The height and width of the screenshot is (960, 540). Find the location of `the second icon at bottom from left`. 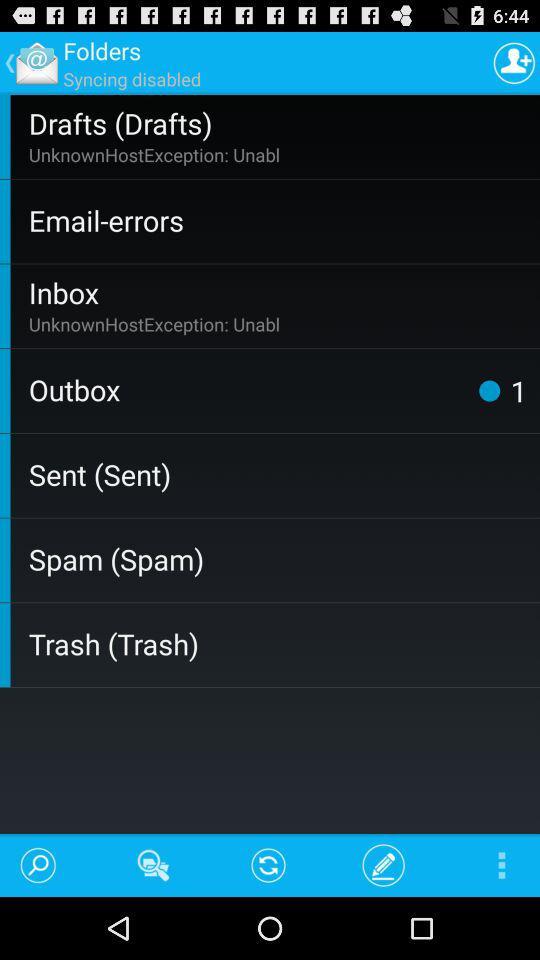

the second icon at bottom from left is located at coordinates (152, 864).